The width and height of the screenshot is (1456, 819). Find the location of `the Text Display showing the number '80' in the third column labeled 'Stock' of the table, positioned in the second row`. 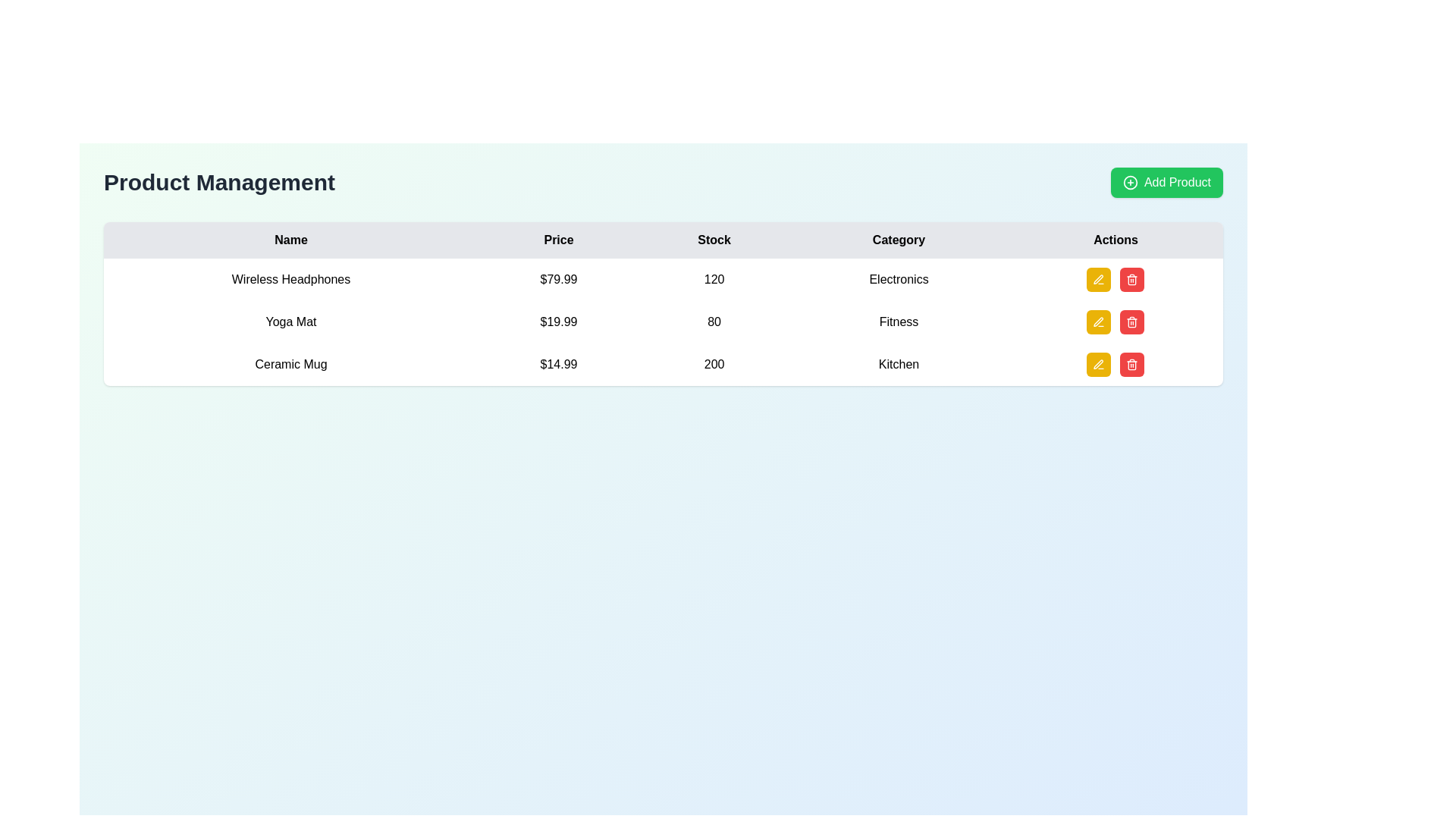

the Text Display showing the number '80' in the third column labeled 'Stock' of the table, positioned in the second row is located at coordinates (714, 321).